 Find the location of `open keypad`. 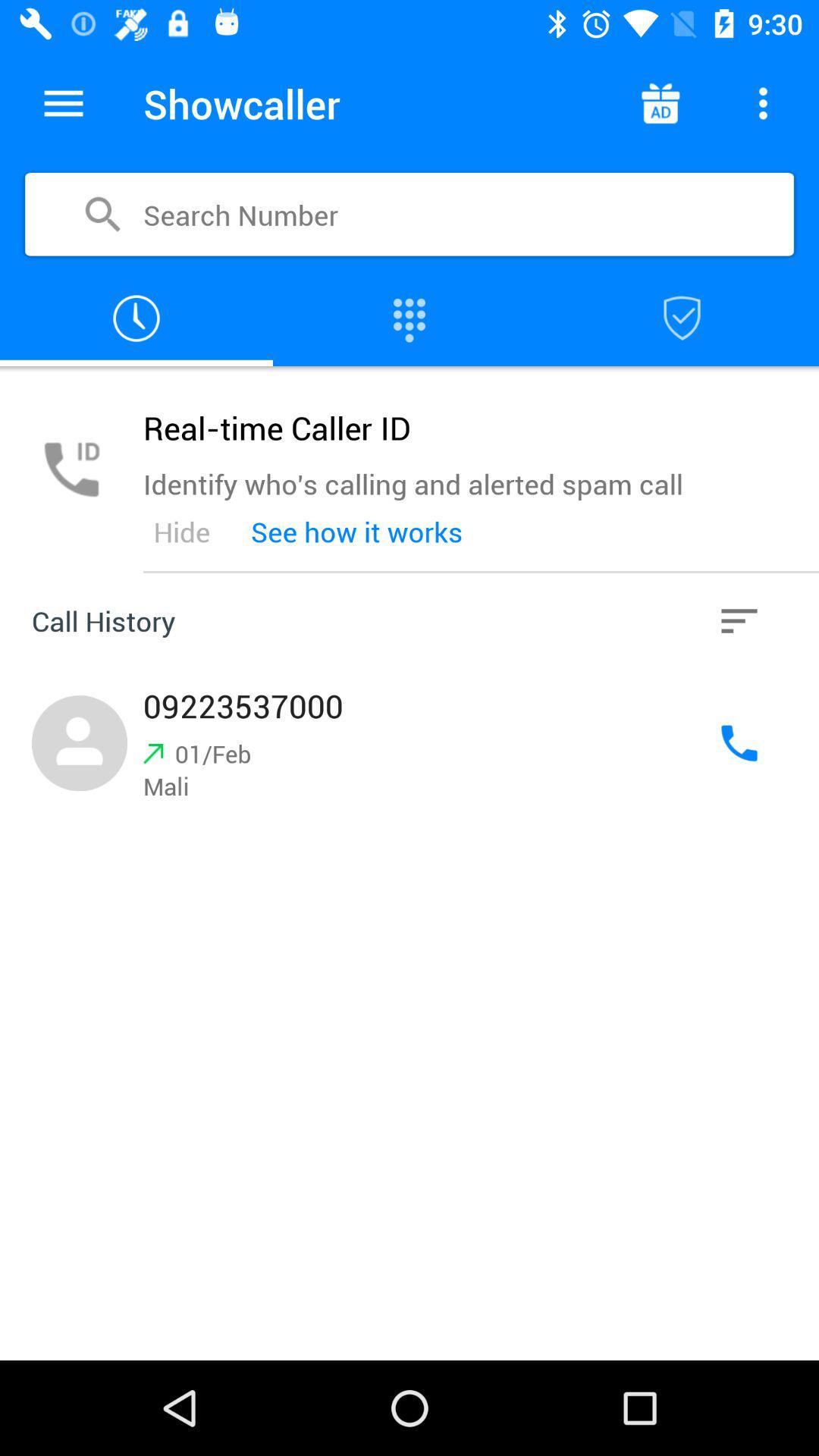

open keypad is located at coordinates (409, 318).